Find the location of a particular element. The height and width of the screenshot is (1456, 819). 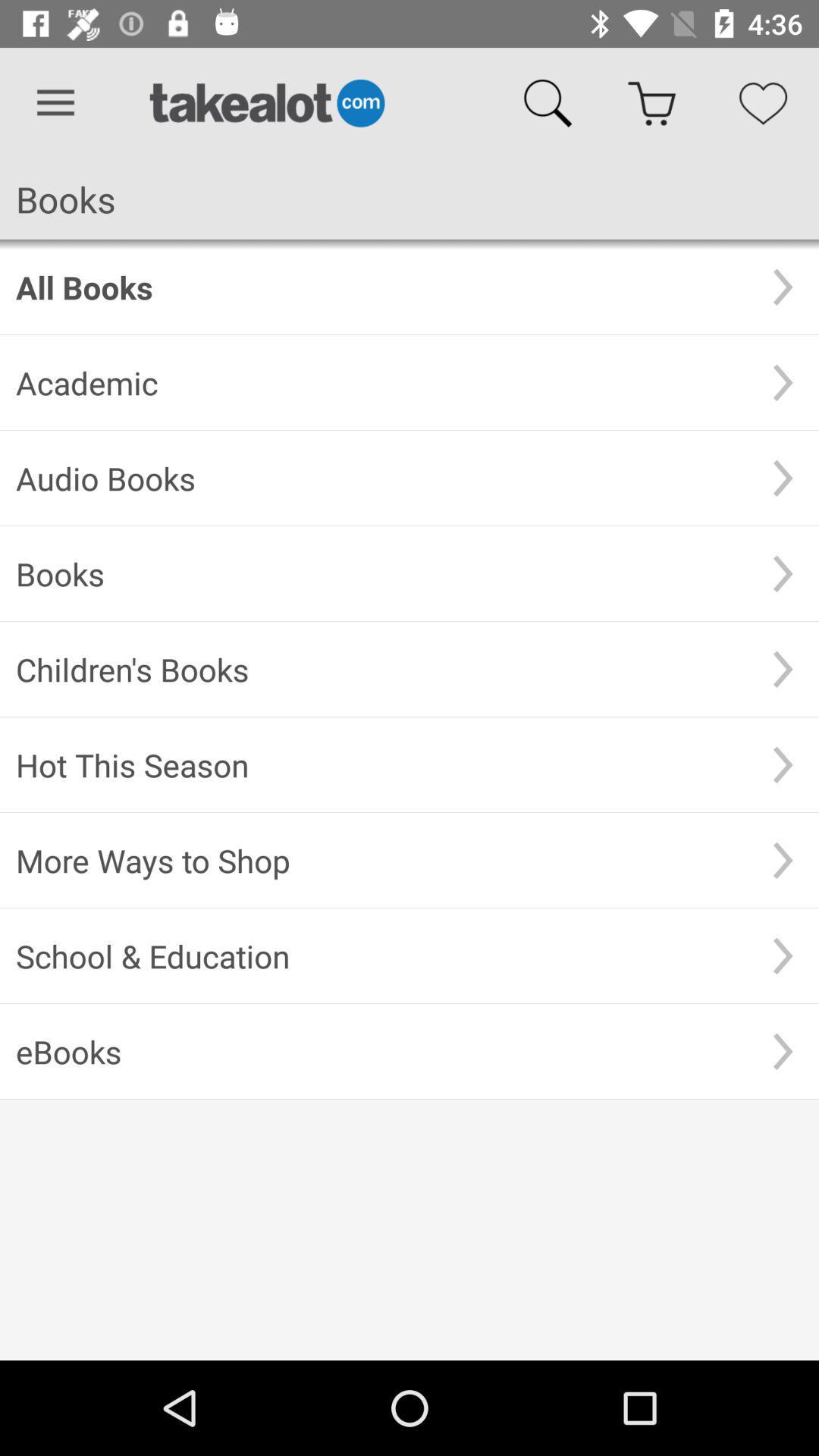

the children's books icon is located at coordinates (381, 668).